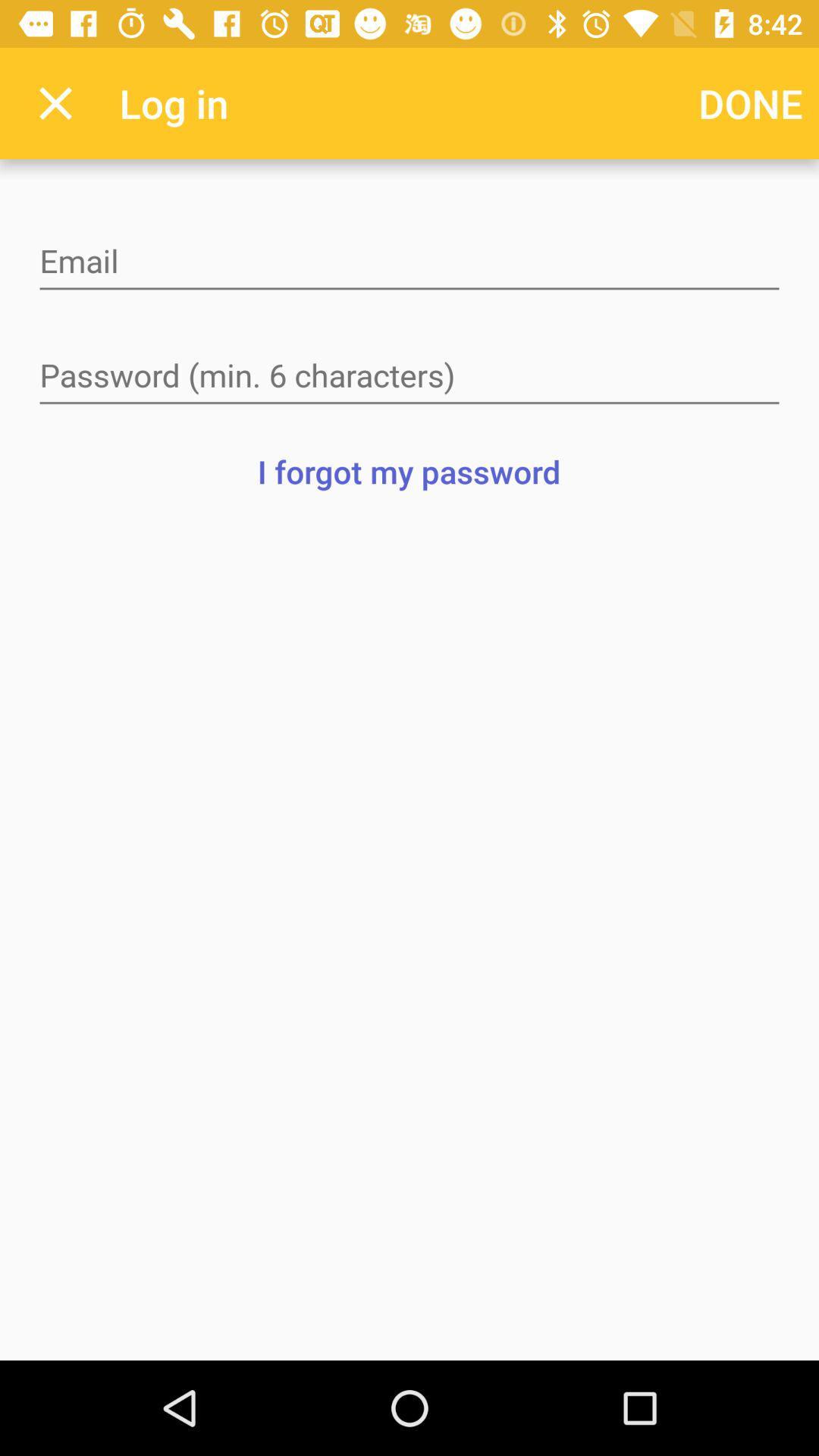 Image resolution: width=819 pixels, height=1456 pixels. Describe the element at coordinates (409, 262) in the screenshot. I see `email address` at that location.